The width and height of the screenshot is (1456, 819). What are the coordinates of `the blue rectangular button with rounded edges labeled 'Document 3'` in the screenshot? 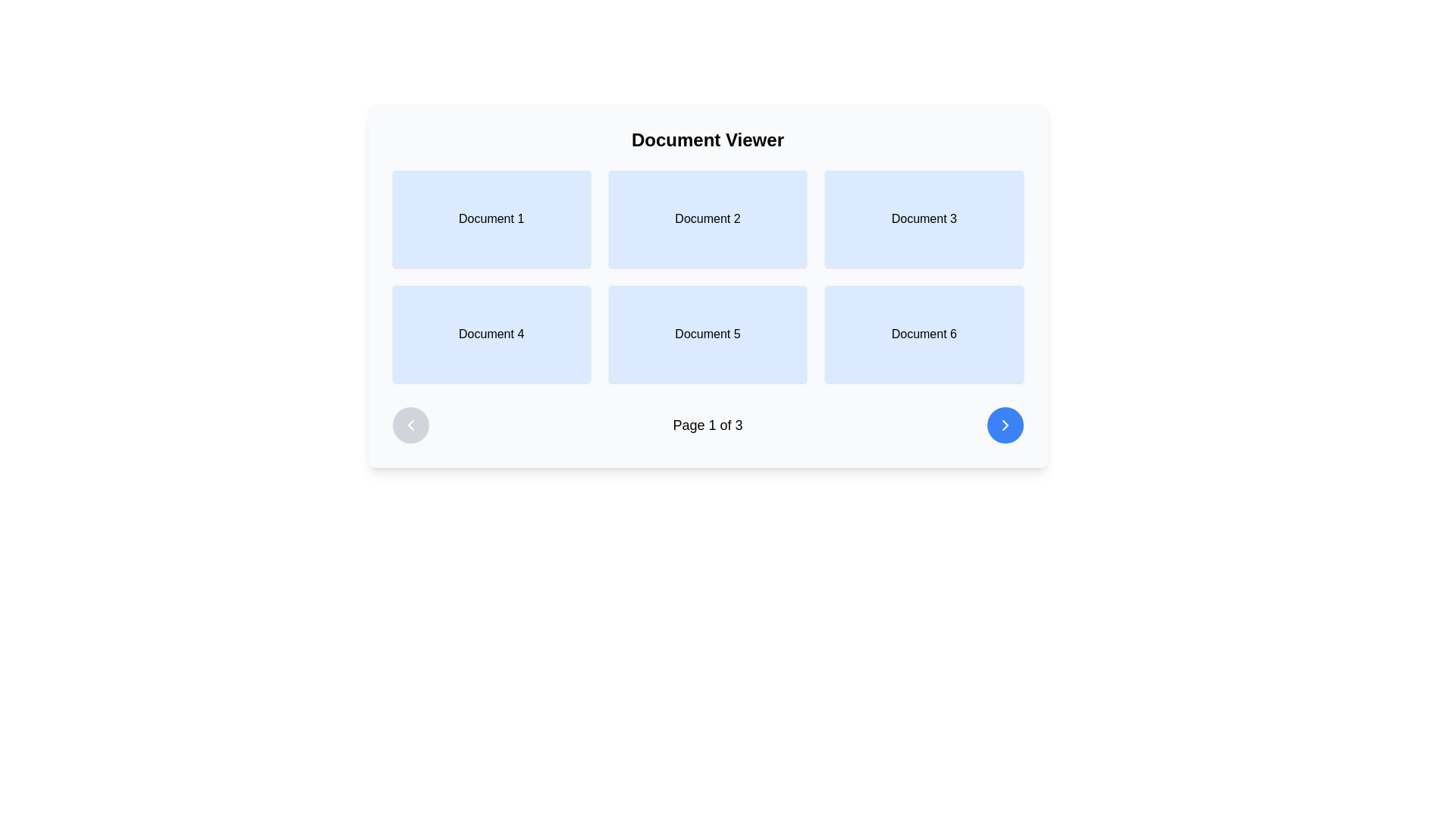 It's located at (923, 219).